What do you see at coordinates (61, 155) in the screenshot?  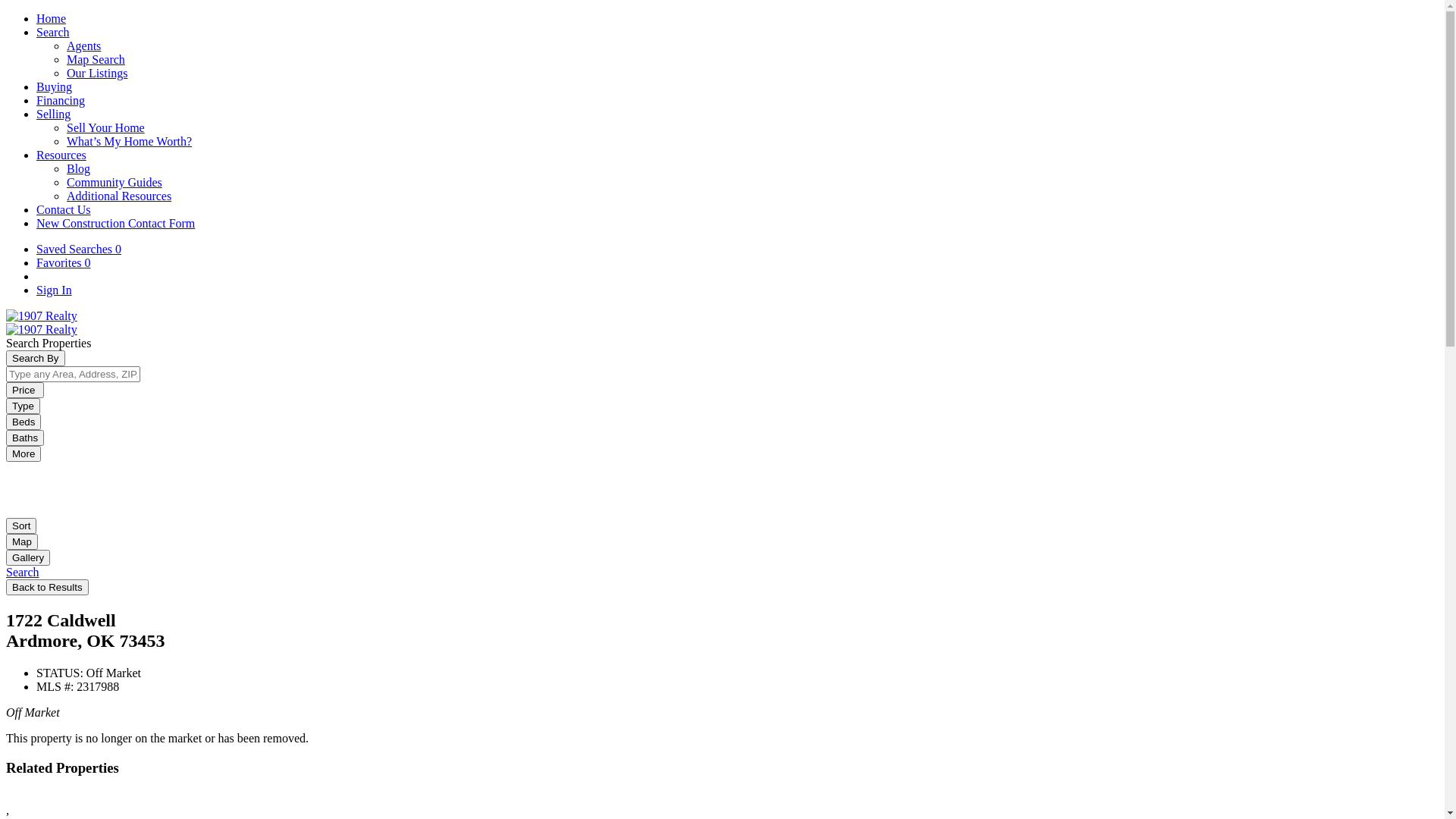 I see `'Resources'` at bounding box center [61, 155].